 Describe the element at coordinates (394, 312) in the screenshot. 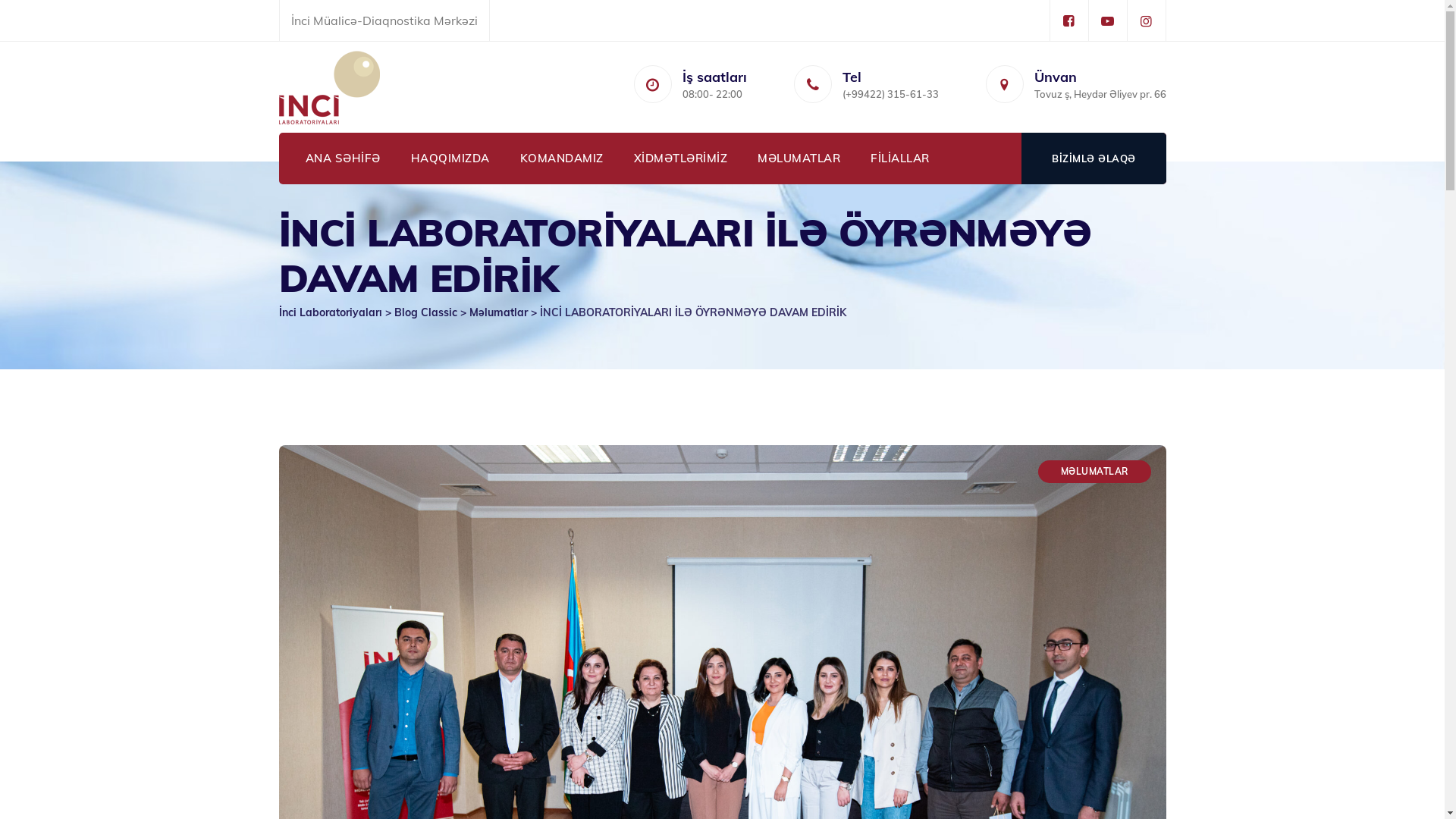

I see `'Blog Classic'` at that location.